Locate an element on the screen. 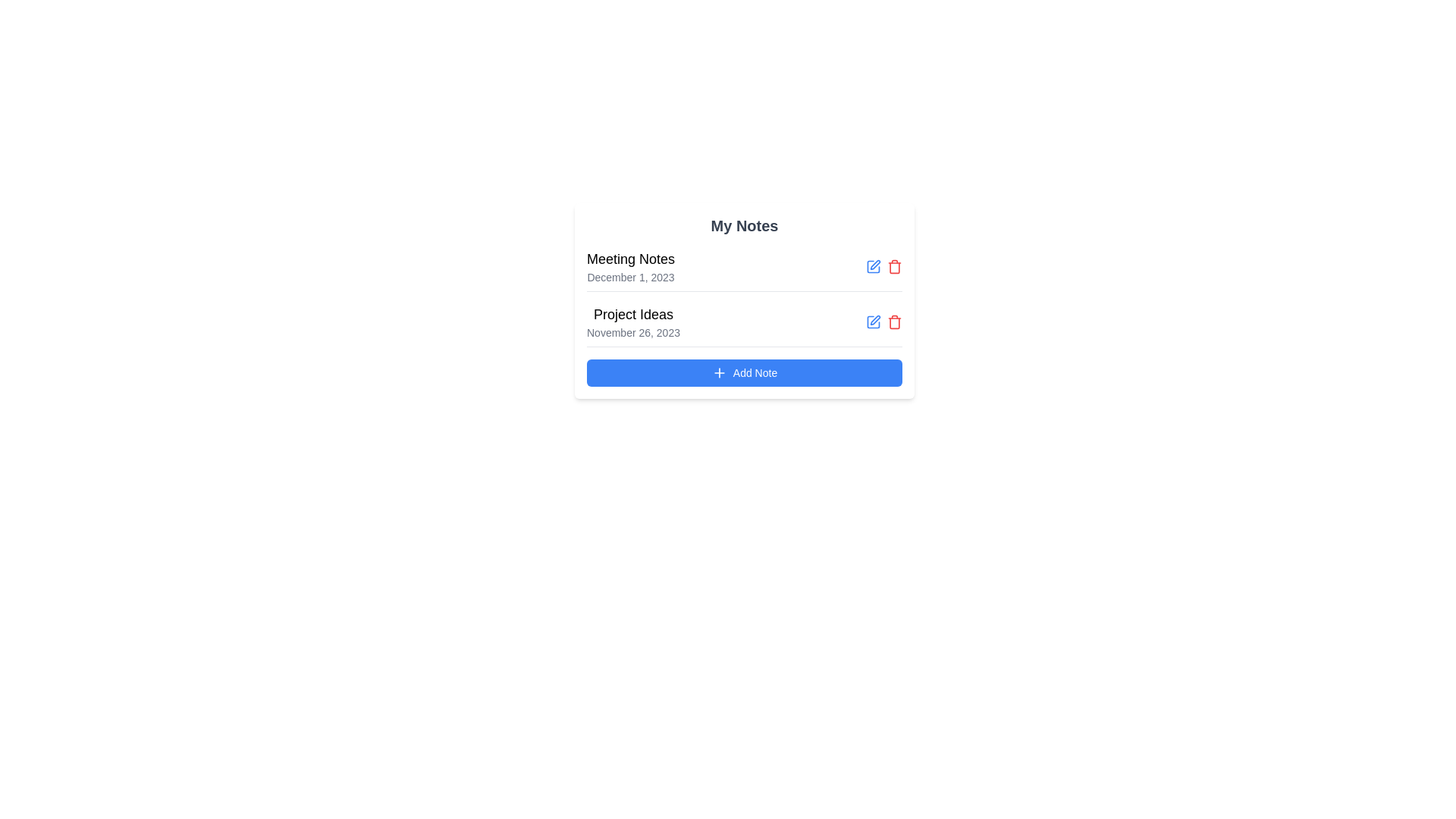 This screenshot has height=819, width=1456. the textual display titled 'My Notes' which contains the title and timestamp of the note entry located on the second row, between 'Meeting Notes' and the 'Add Note' button is located at coordinates (633, 321).